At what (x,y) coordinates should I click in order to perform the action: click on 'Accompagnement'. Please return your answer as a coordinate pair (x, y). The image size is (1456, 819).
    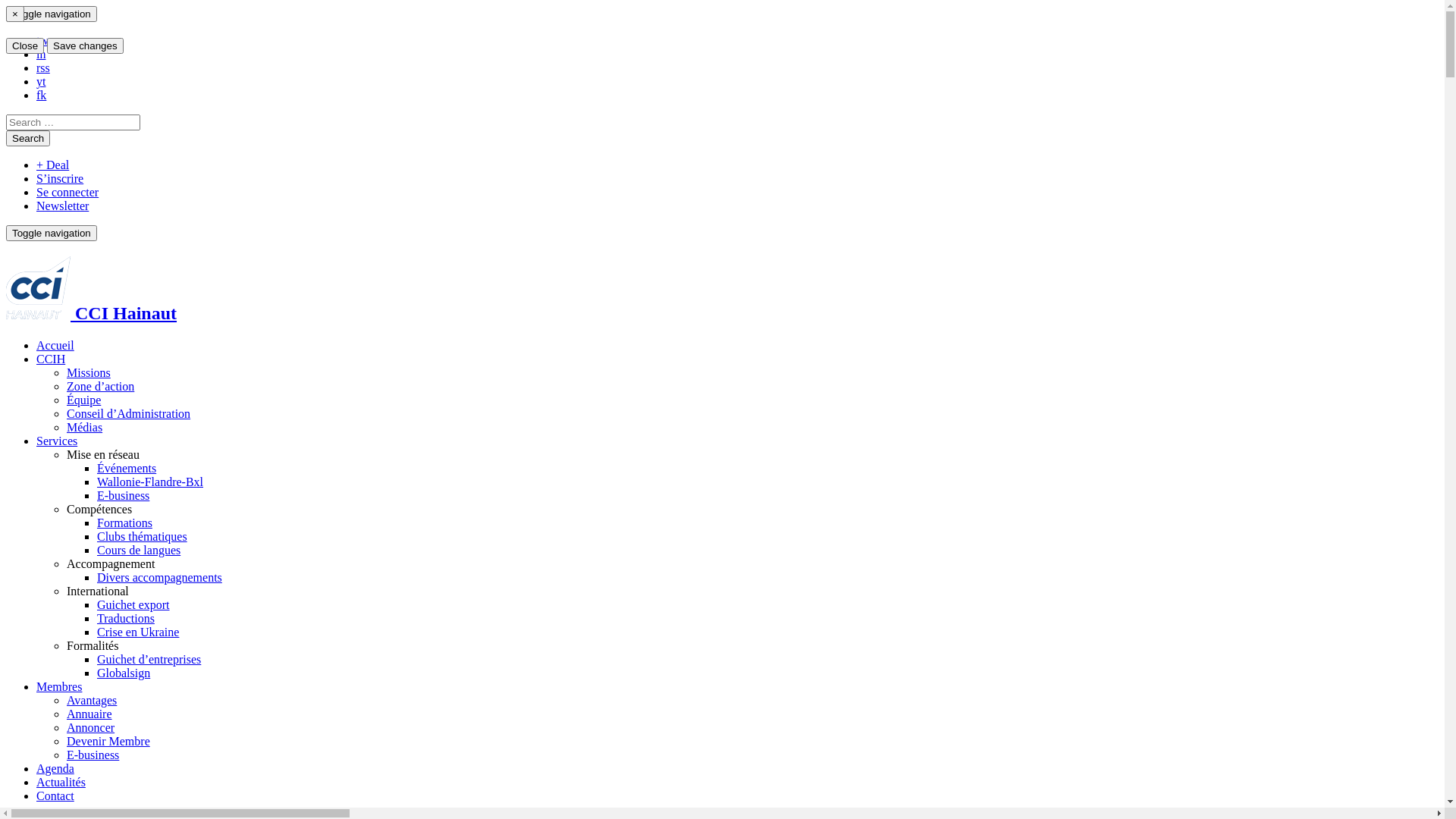
    Looking at the image, I should click on (109, 563).